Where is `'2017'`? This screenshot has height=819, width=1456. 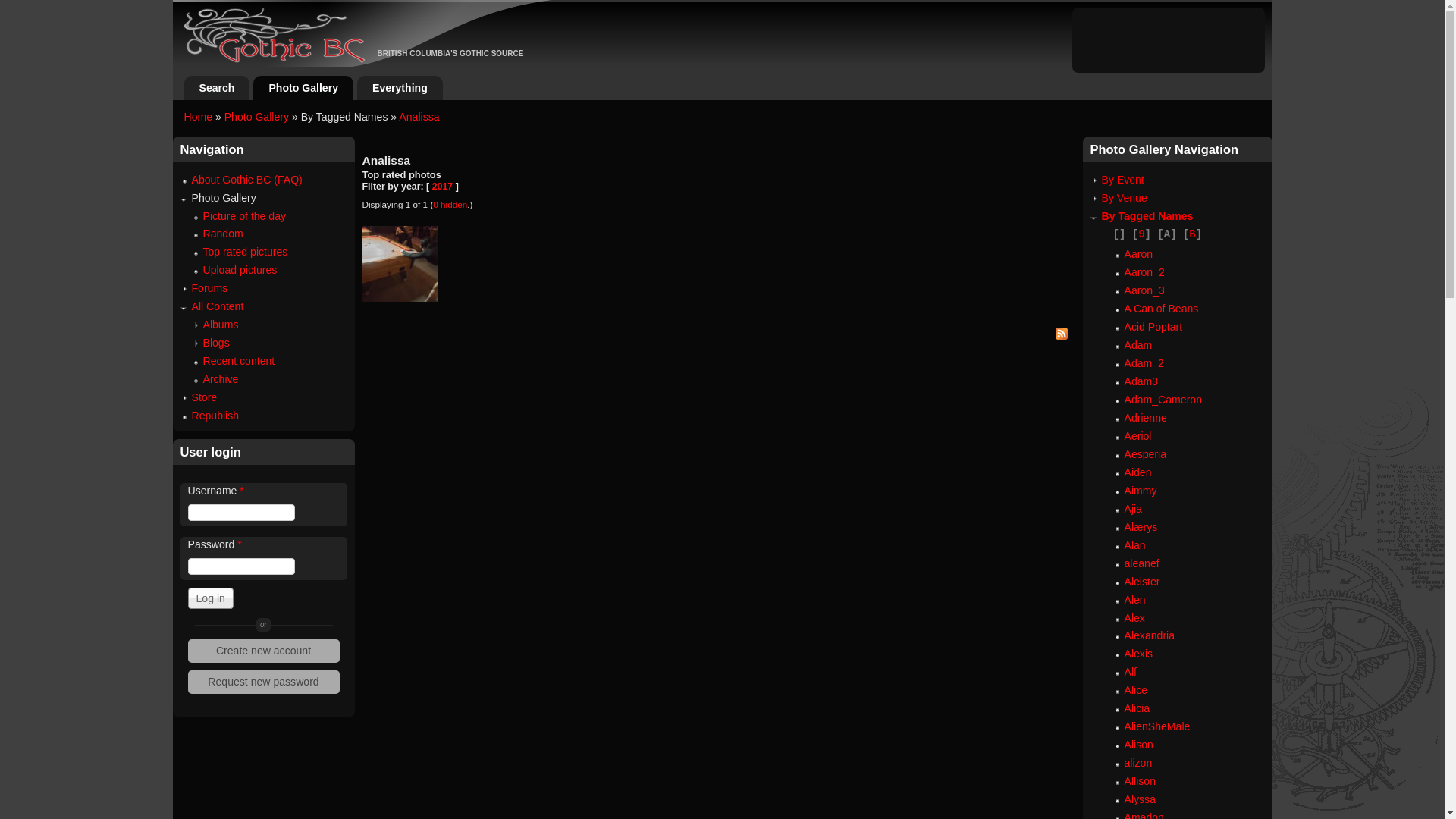 '2017' is located at coordinates (442, 186).